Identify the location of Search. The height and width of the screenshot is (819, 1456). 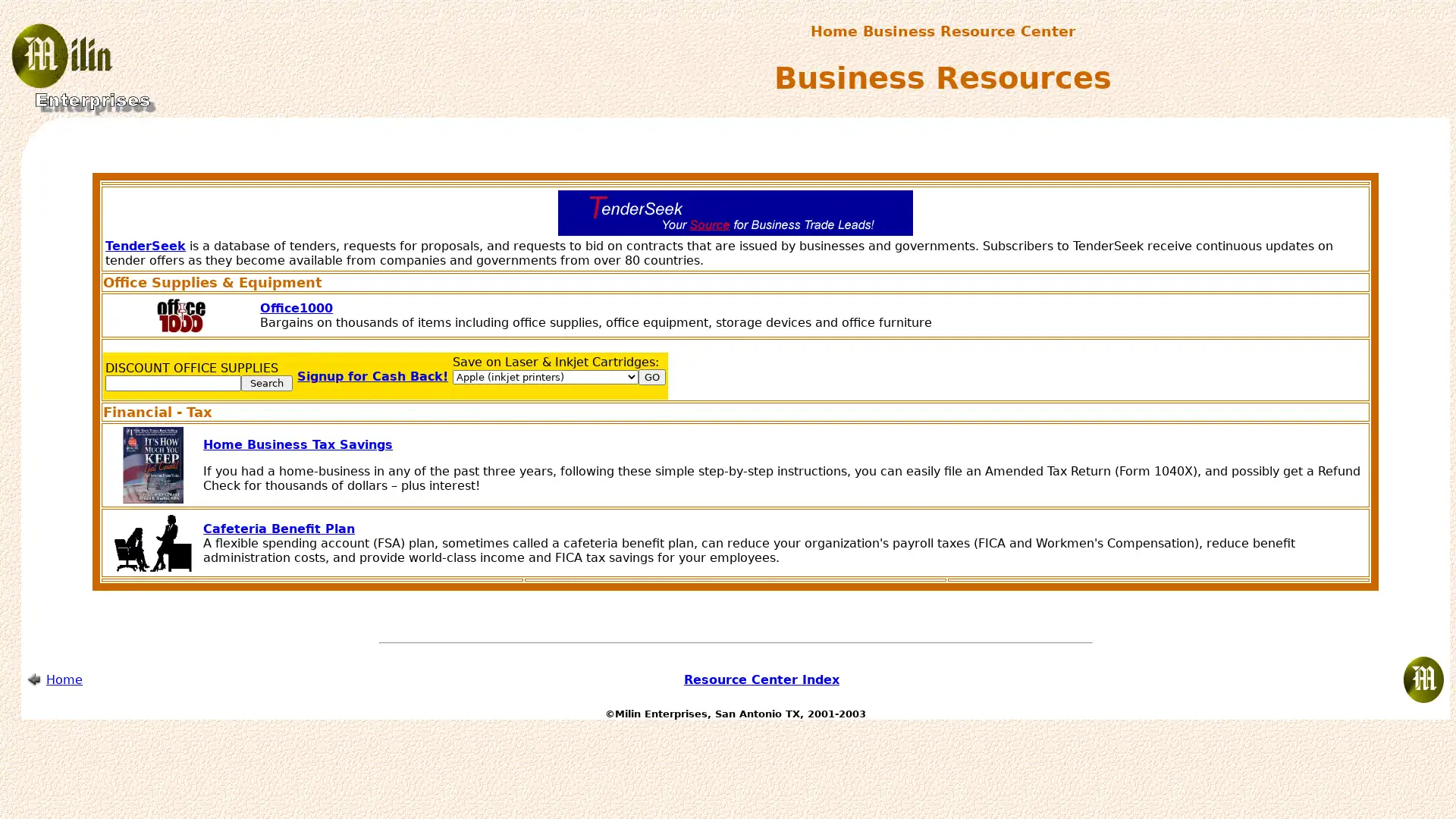
(266, 382).